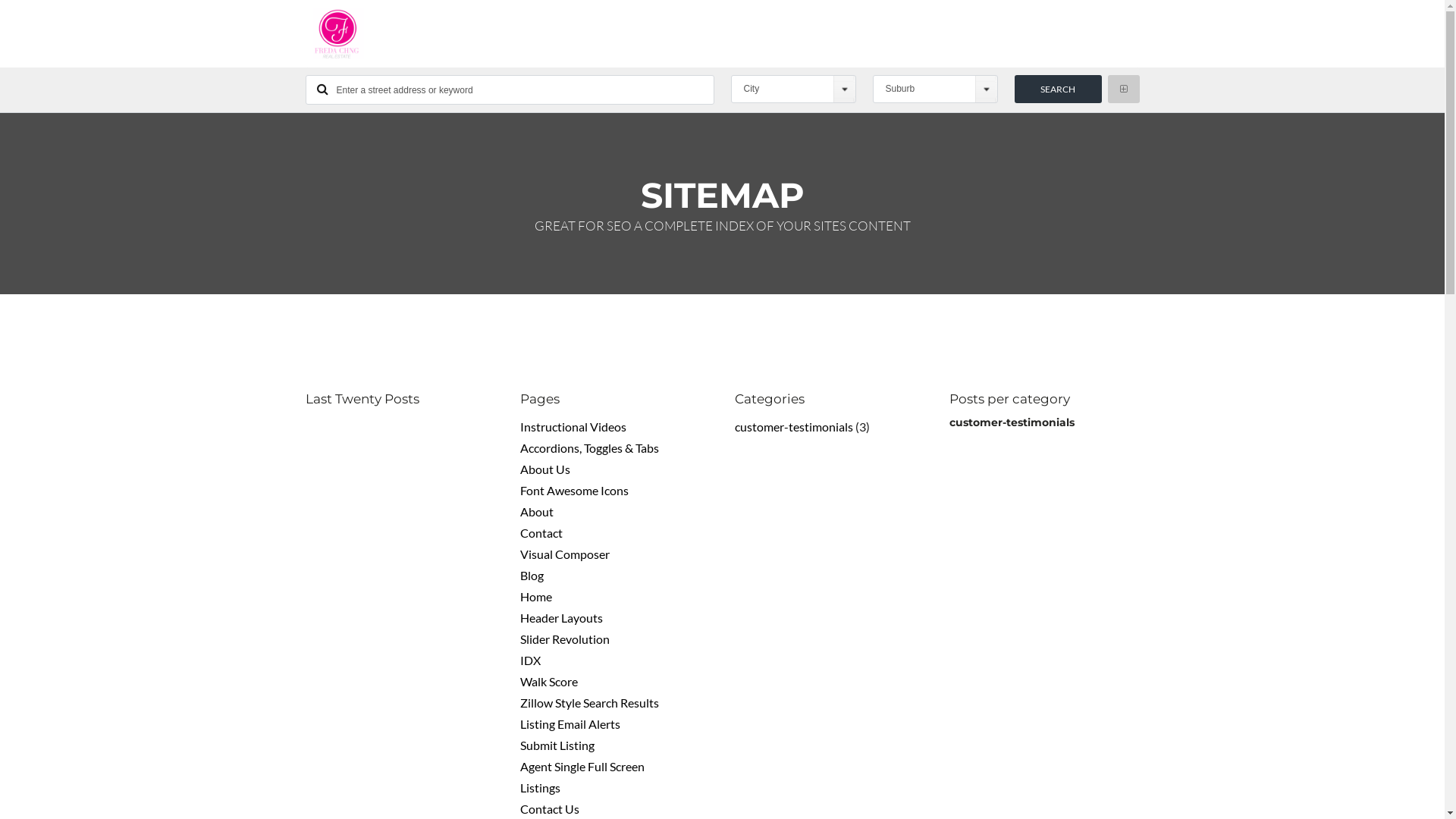 This screenshot has width=1456, height=819. Describe the element at coordinates (588, 702) in the screenshot. I see `'Zillow Style Search Results'` at that location.